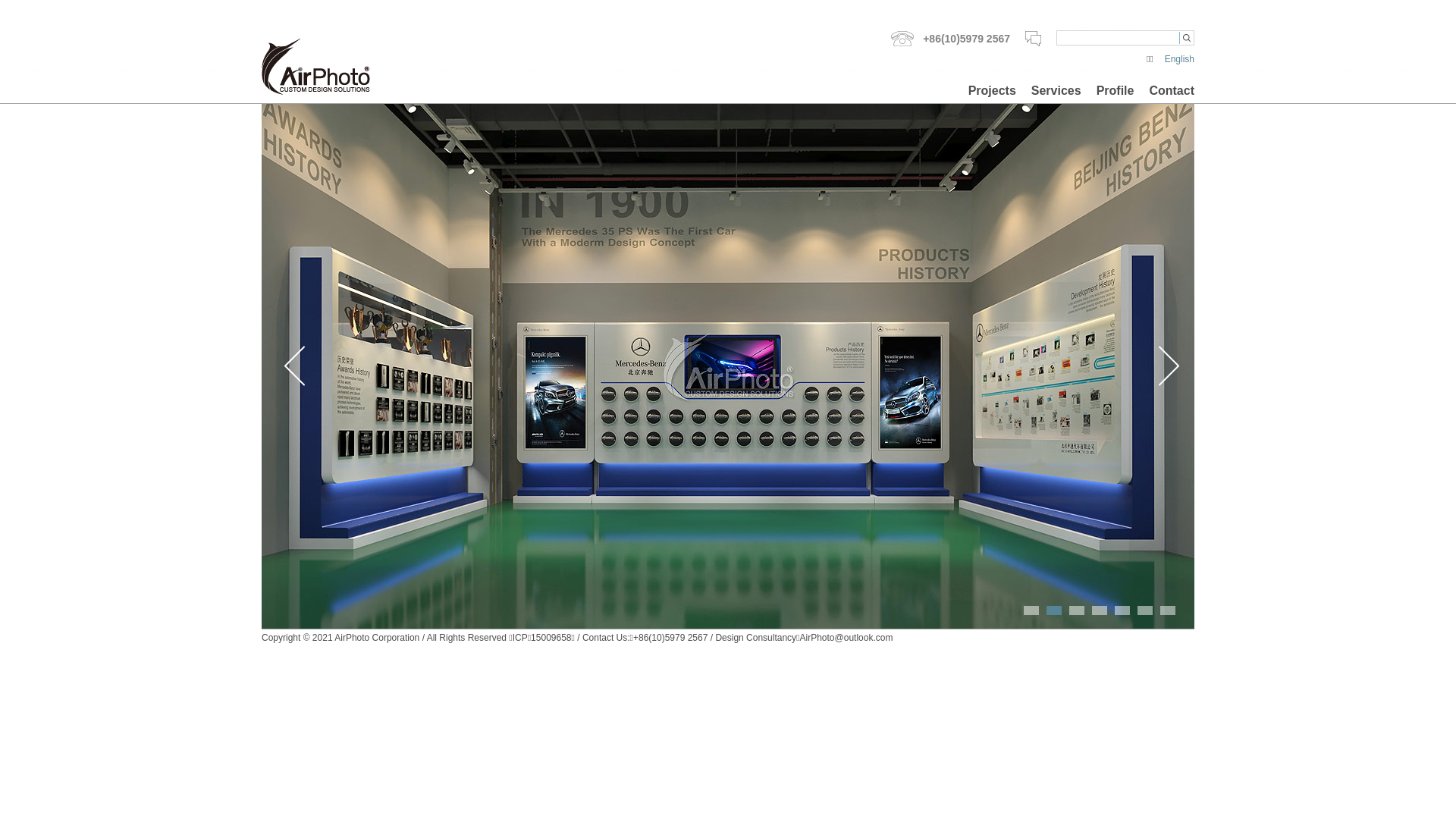 The image size is (1456, 819). I want to click on 'Contact', so click(1149, 90).